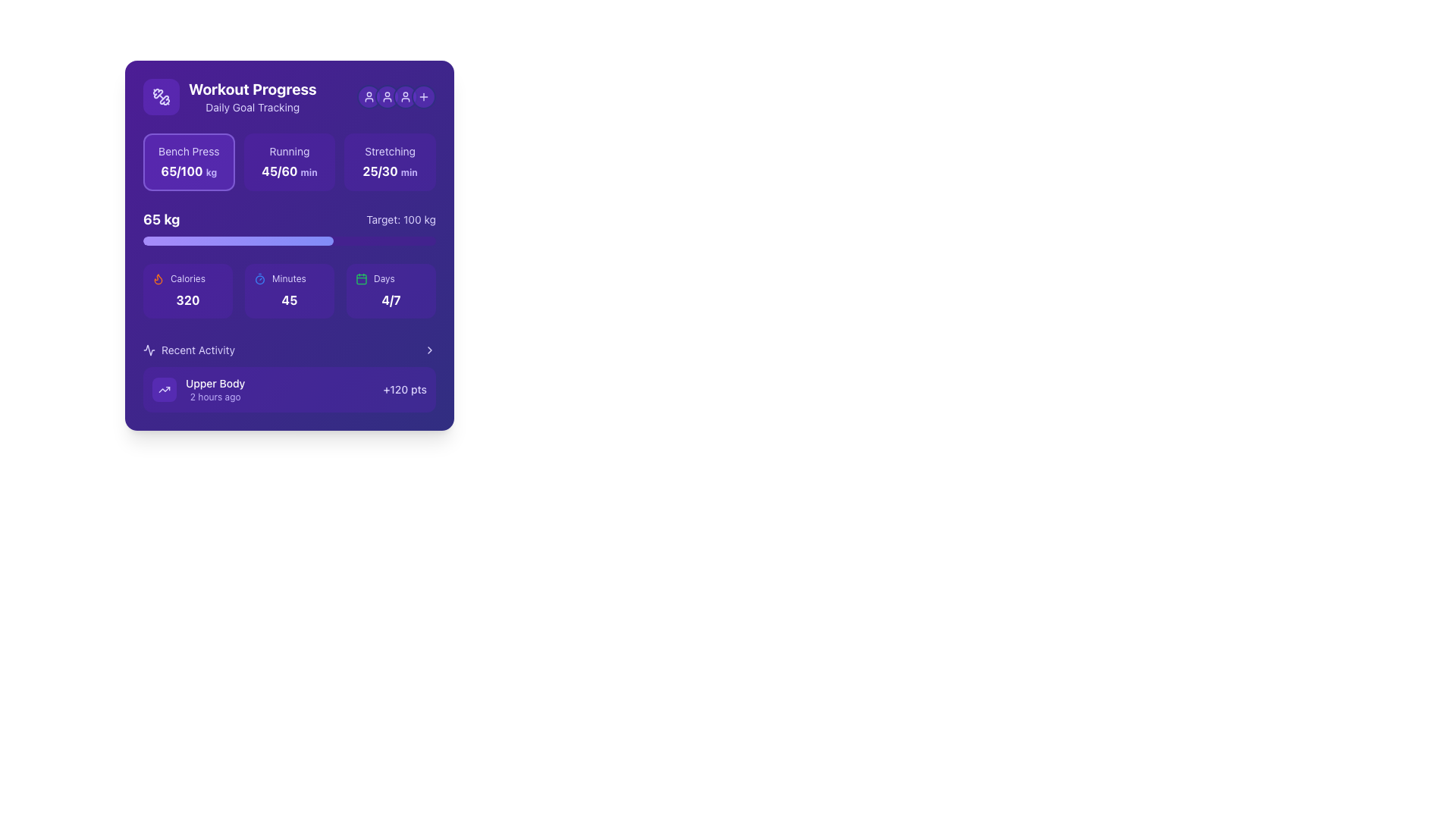  Describe the element at coordinates (253, 89) in the screenshot. I see `text label displaying 'Workout Progress' in large, bold white font on a purple background, positioned at the top-left corner of the card` at that location.